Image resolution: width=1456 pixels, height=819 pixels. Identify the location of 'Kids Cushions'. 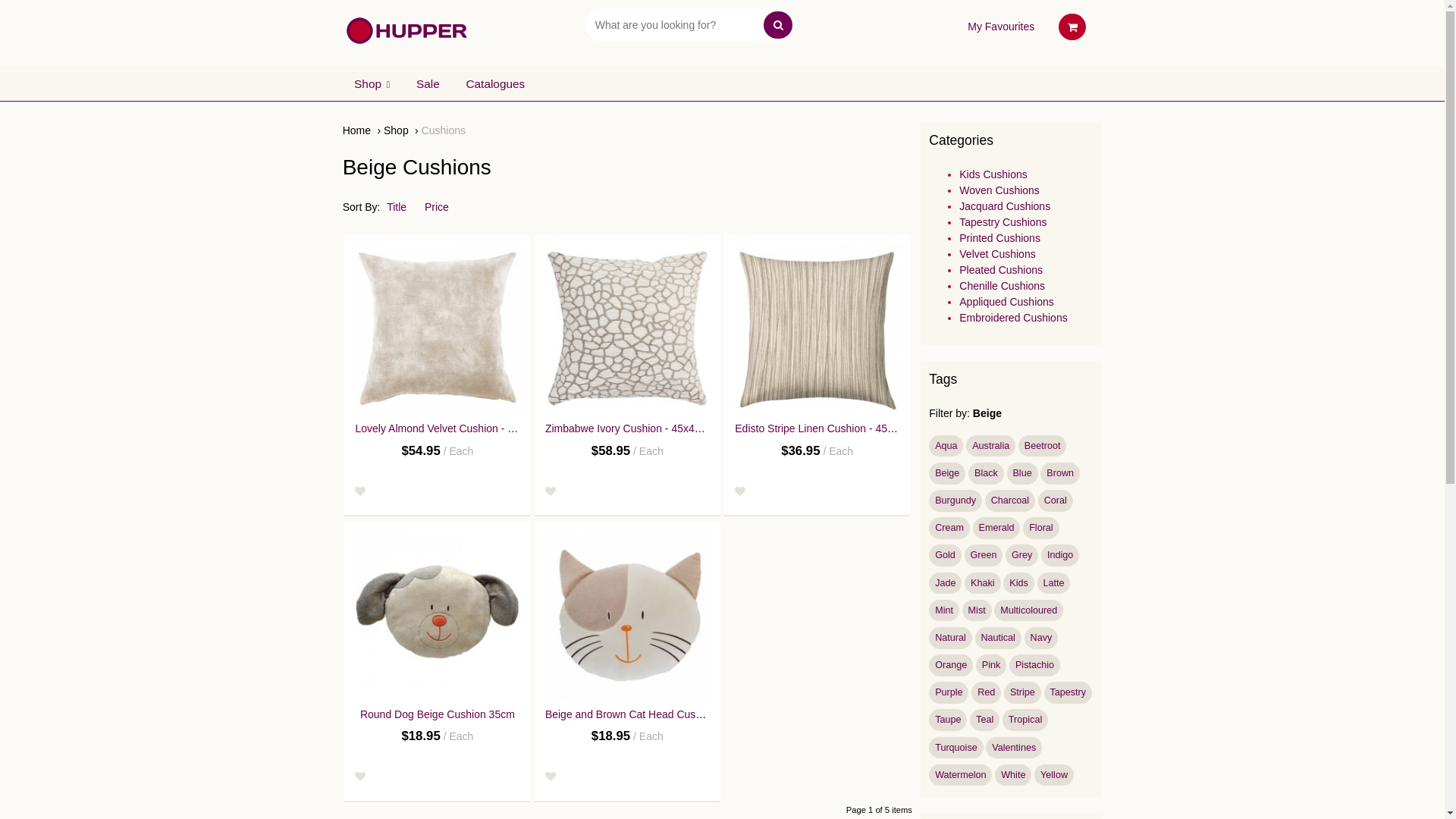
(993, 174).